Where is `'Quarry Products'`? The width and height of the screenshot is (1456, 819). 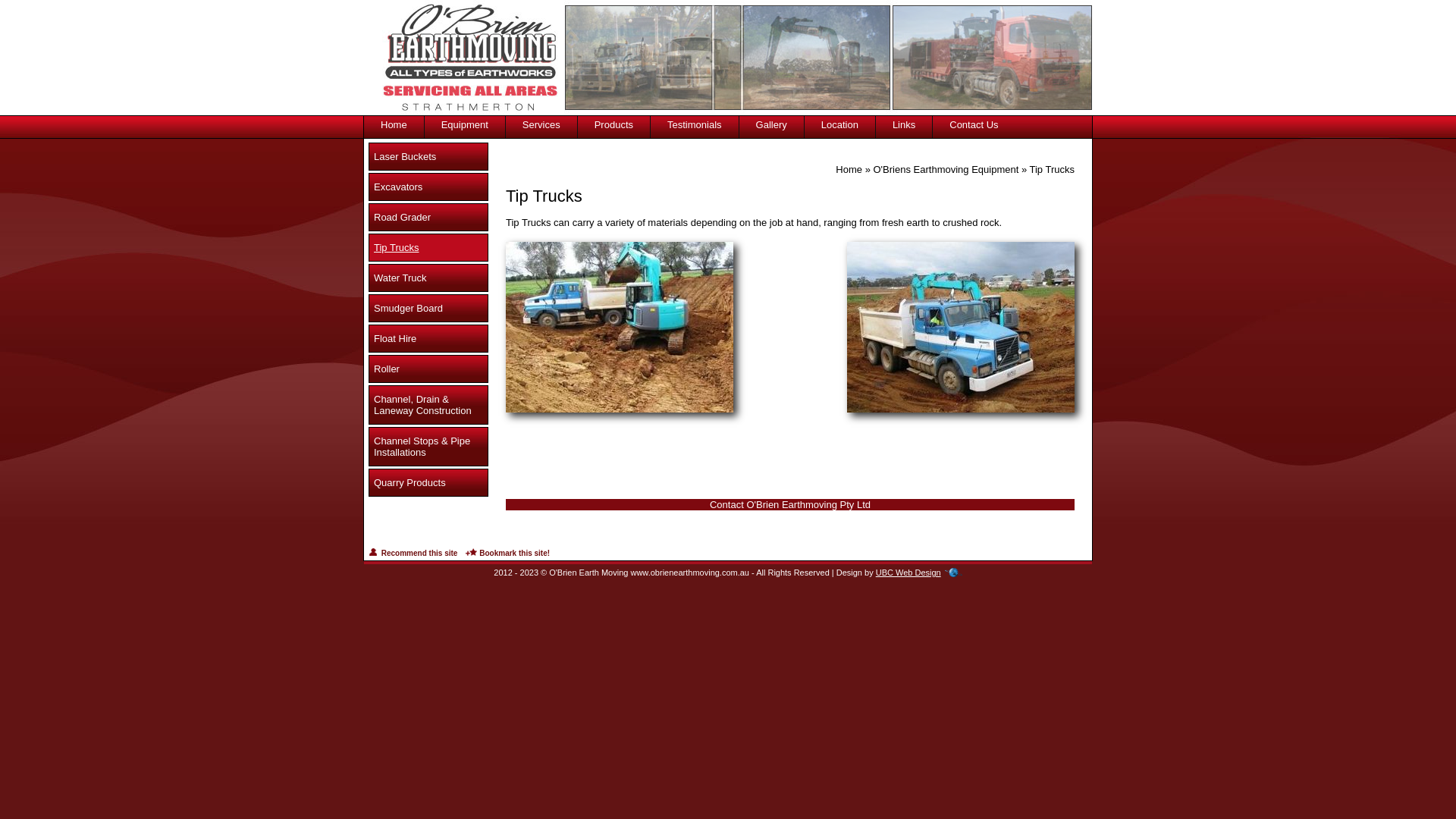 'Quarry Products' is located at coordinates (428, 482).